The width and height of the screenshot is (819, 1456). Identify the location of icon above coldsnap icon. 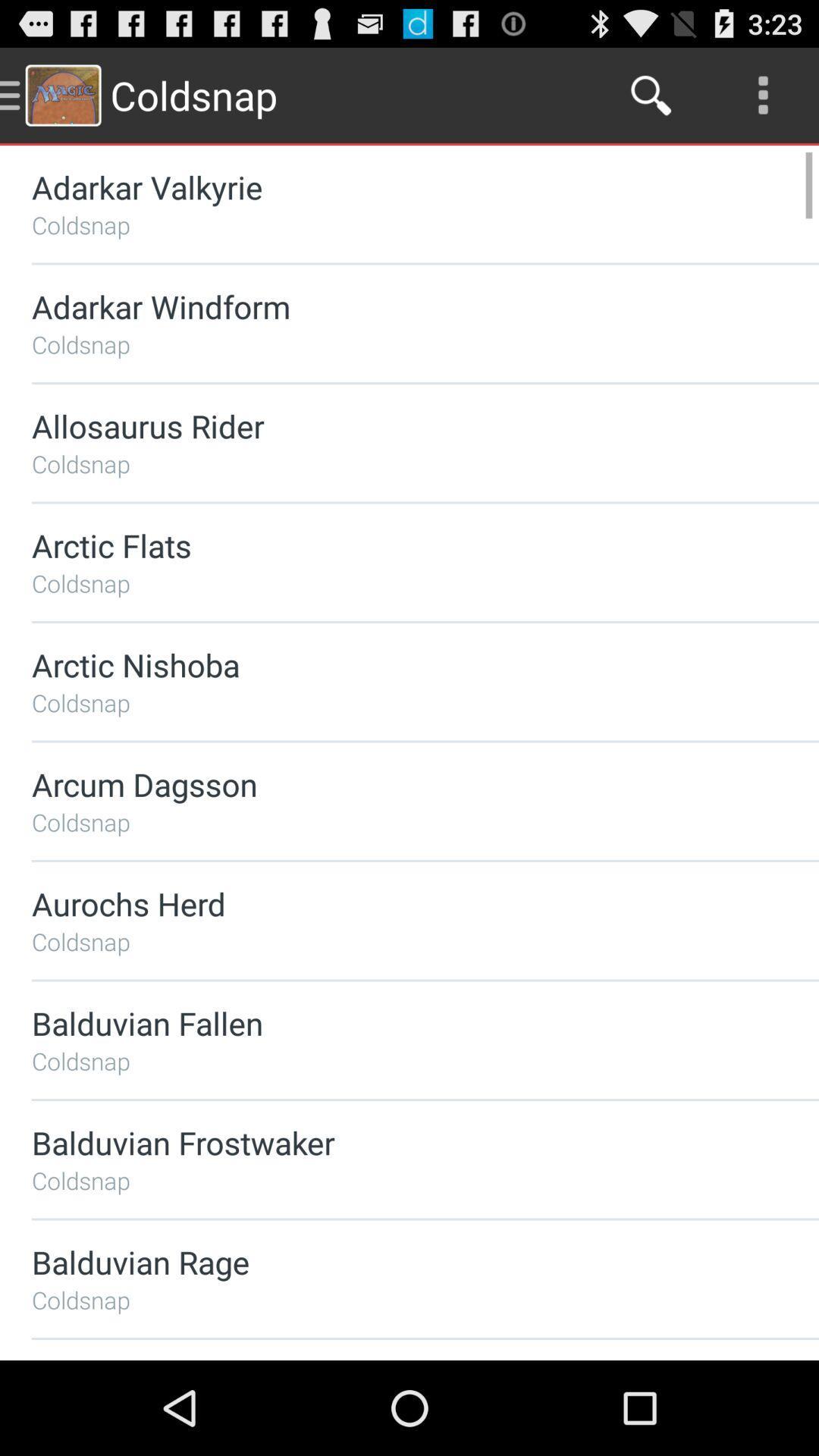
(384, 1023).